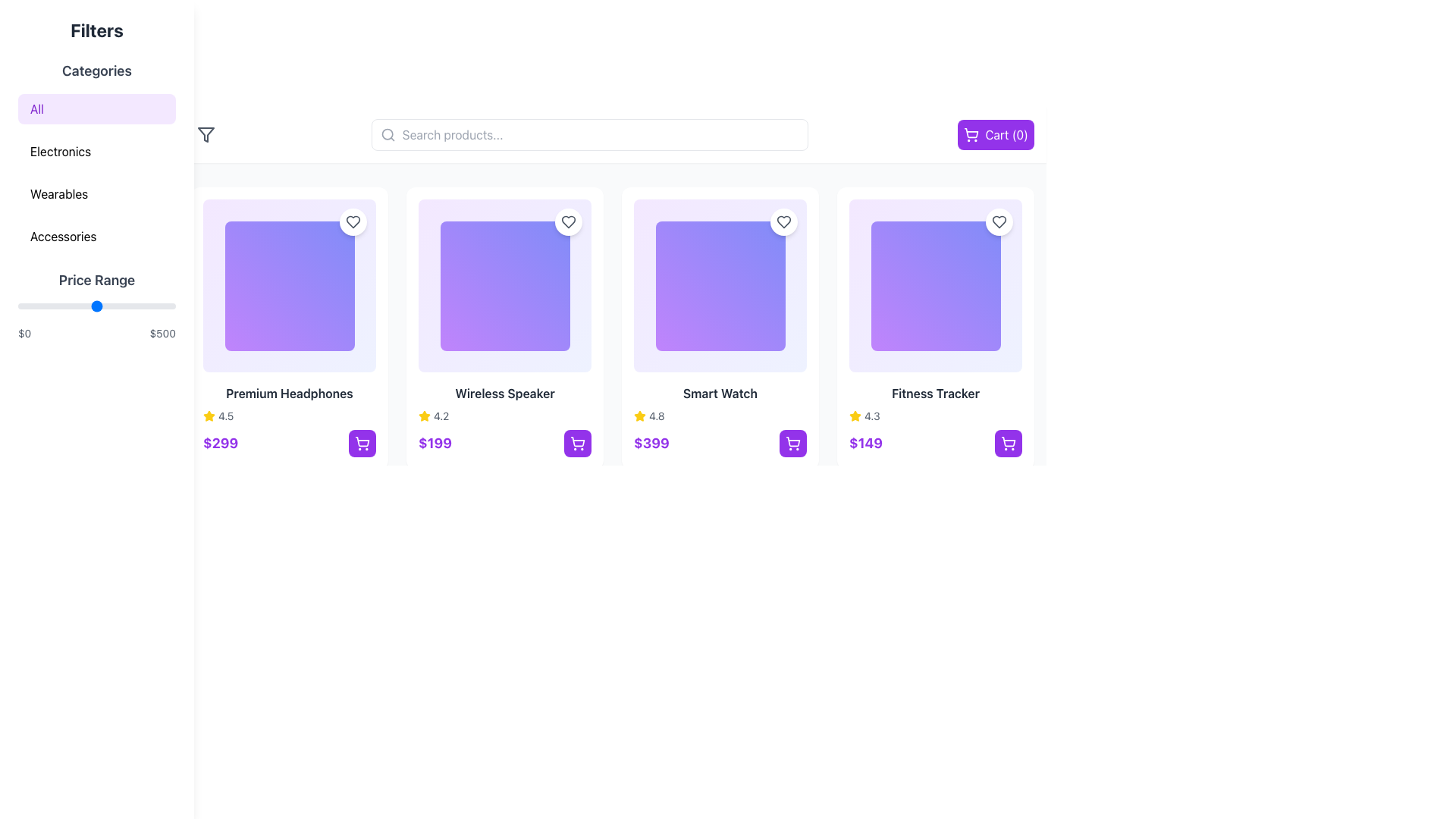 This screenshot has width=1456, height=819. I want to click on the static text displaying the dollar amount '$0', which is located to the left of the price slider control in the 'Price Range' filter section, so click(24, 332).